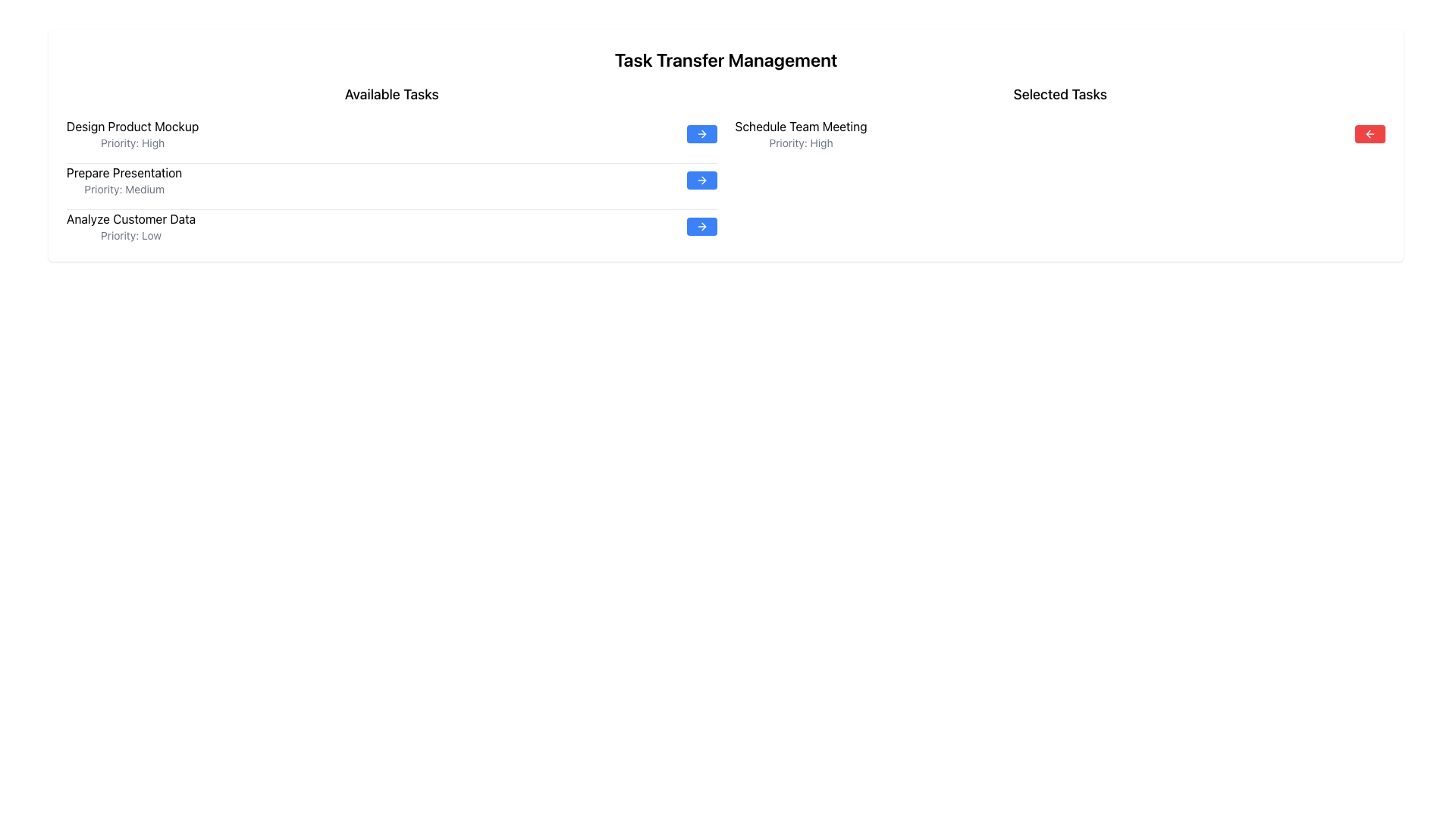 The image size is (1456, 819). Describe the element at coordinates (701, 180) in the screenshot. I see `the rightward-pointing arrow icon, which is styled with a thin stroke and rounded ends, located on a blue circular button` at that location.